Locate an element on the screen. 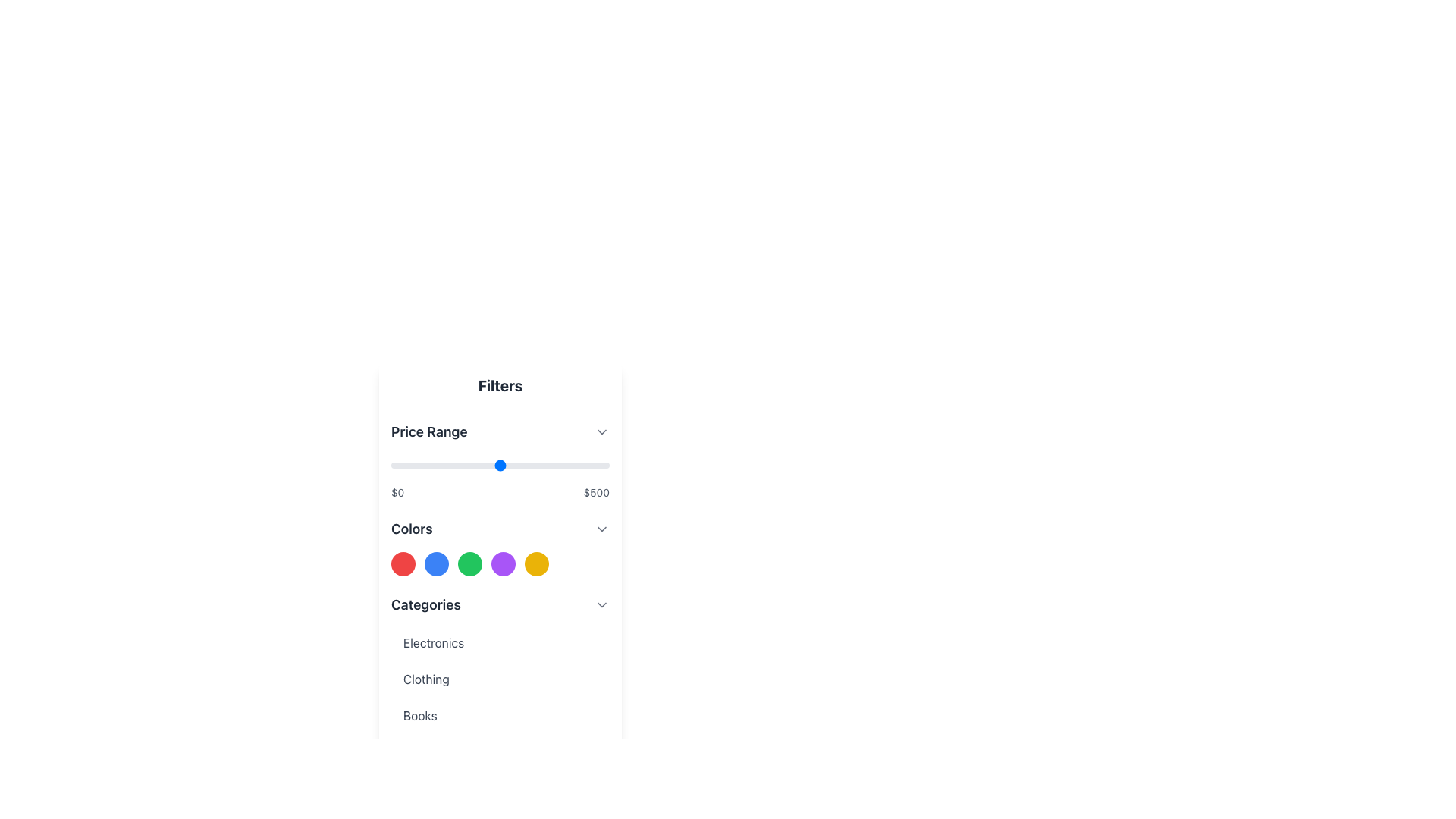 The image size is (1456, 819). the slider is located at coordinates (500, 464).